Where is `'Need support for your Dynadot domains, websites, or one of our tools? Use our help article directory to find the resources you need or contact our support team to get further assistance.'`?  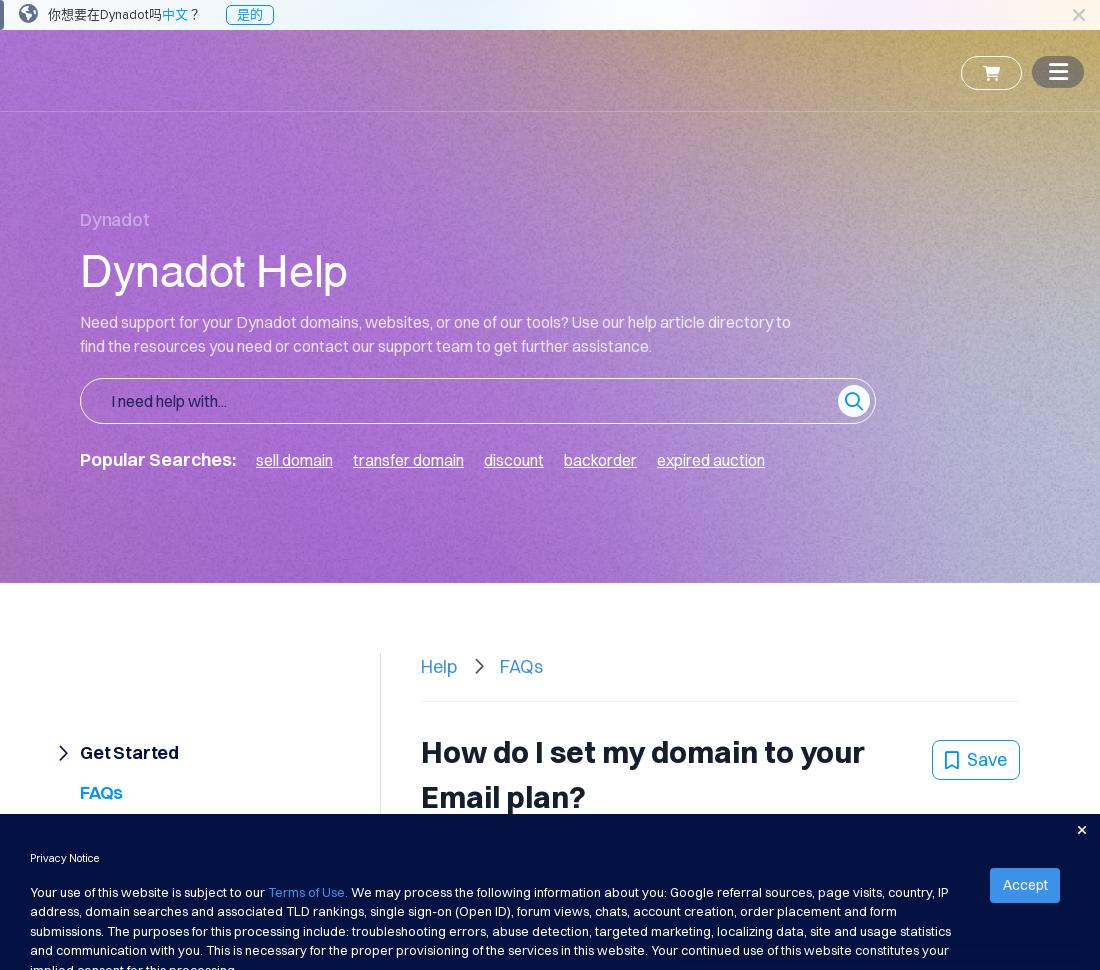 'Need support for your Dynadot domains, websites, or one of our tools? Use our help article directory to find the resources you need or contact our support team to get further assistance.' is located at coordinates (434, 333).